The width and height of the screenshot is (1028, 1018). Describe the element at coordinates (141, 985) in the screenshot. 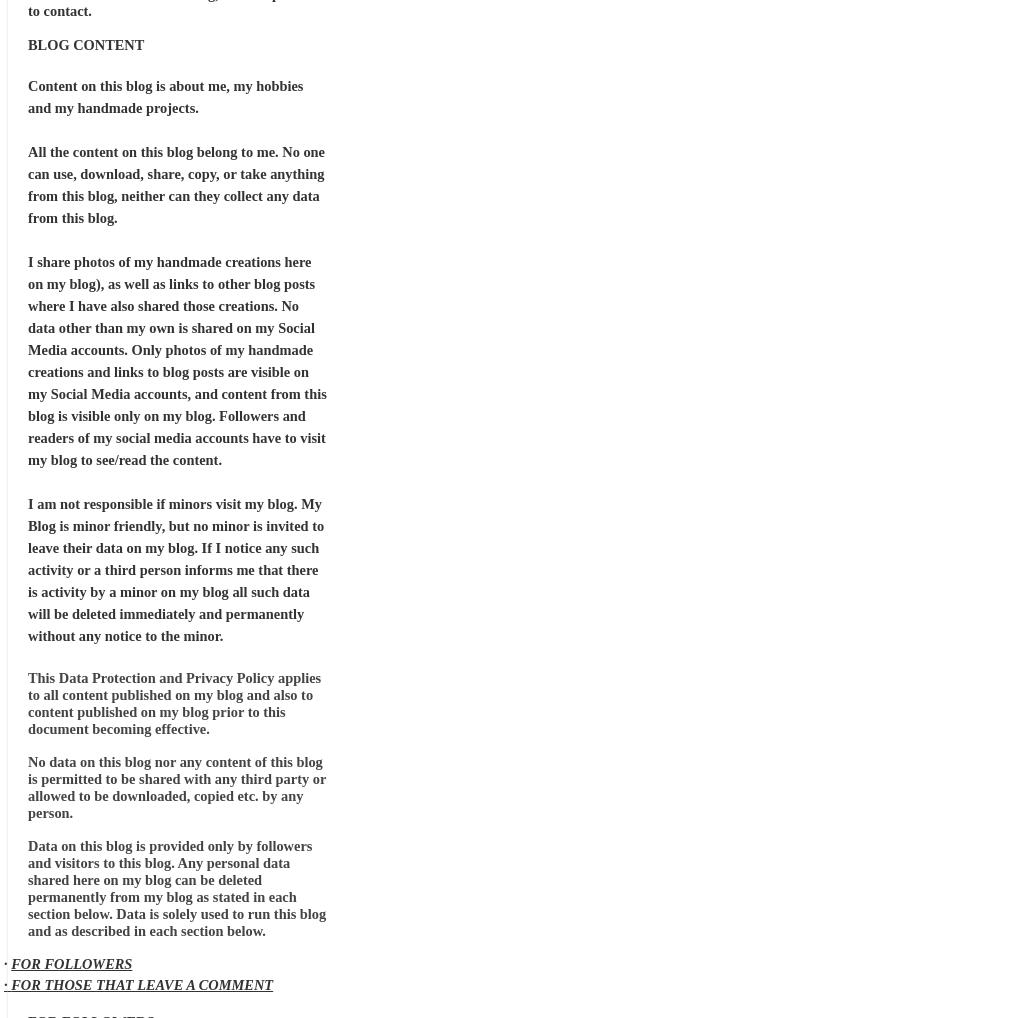

I see `'FOR THOSE THAT LEAVE A COMMENT'` at that location.